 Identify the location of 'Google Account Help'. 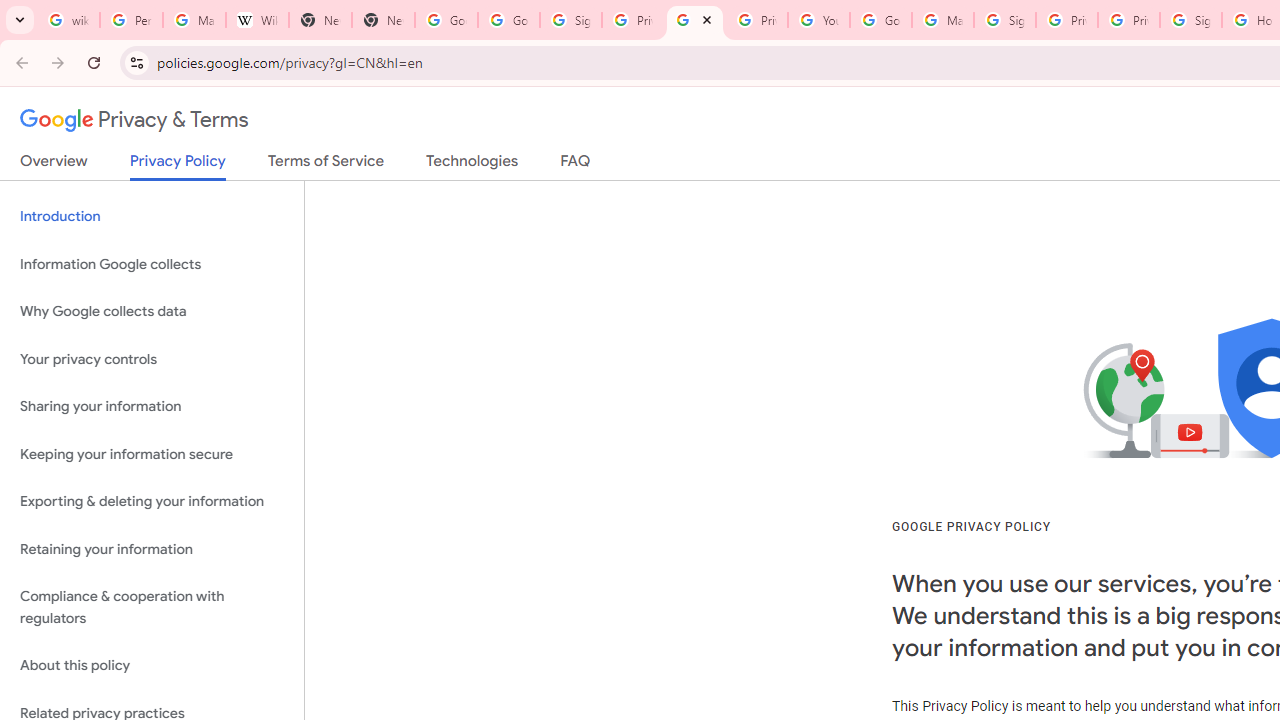
(880, 20).